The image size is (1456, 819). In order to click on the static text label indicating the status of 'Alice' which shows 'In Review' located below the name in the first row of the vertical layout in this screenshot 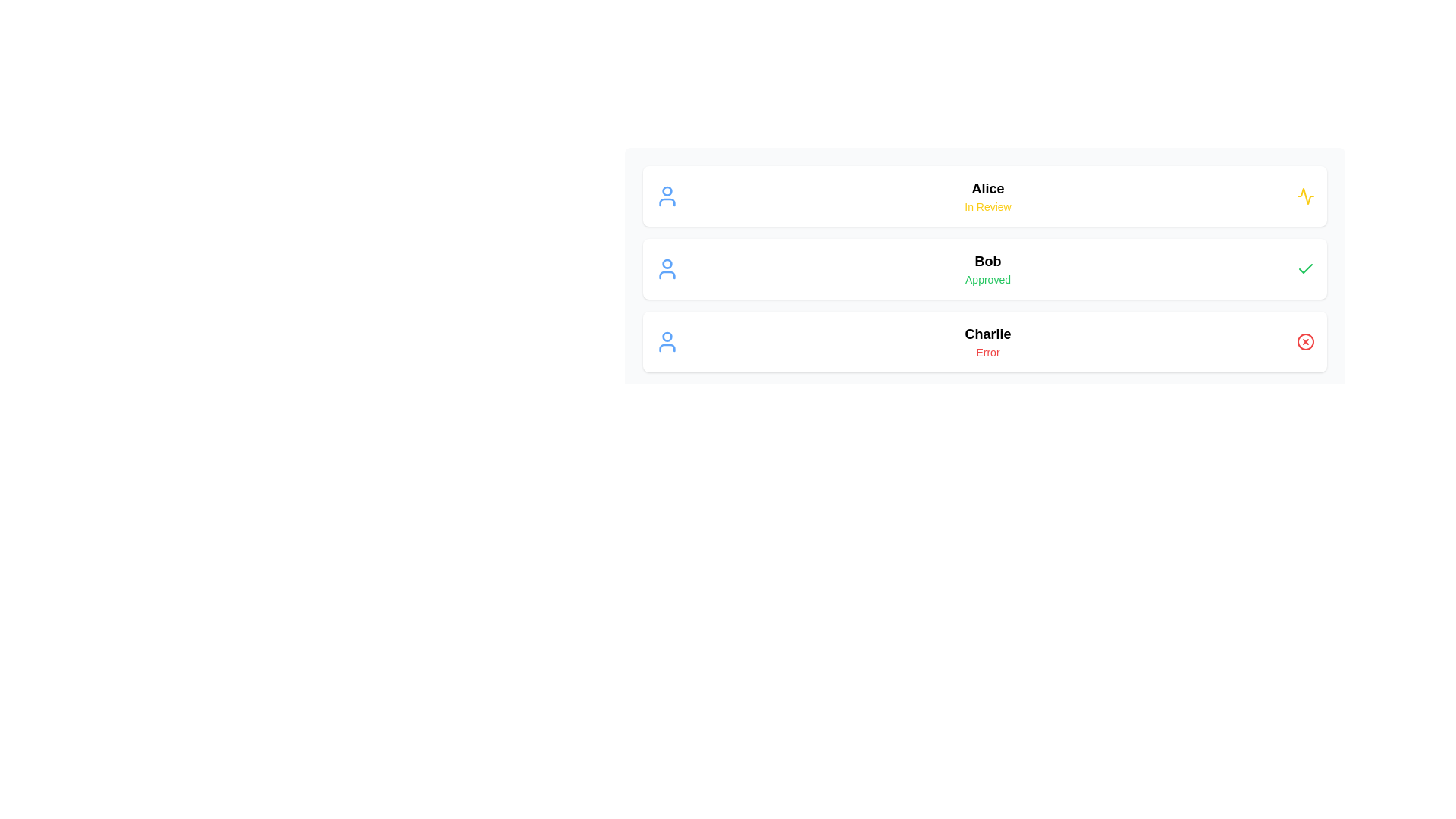, I will do `click(987, 207)`.